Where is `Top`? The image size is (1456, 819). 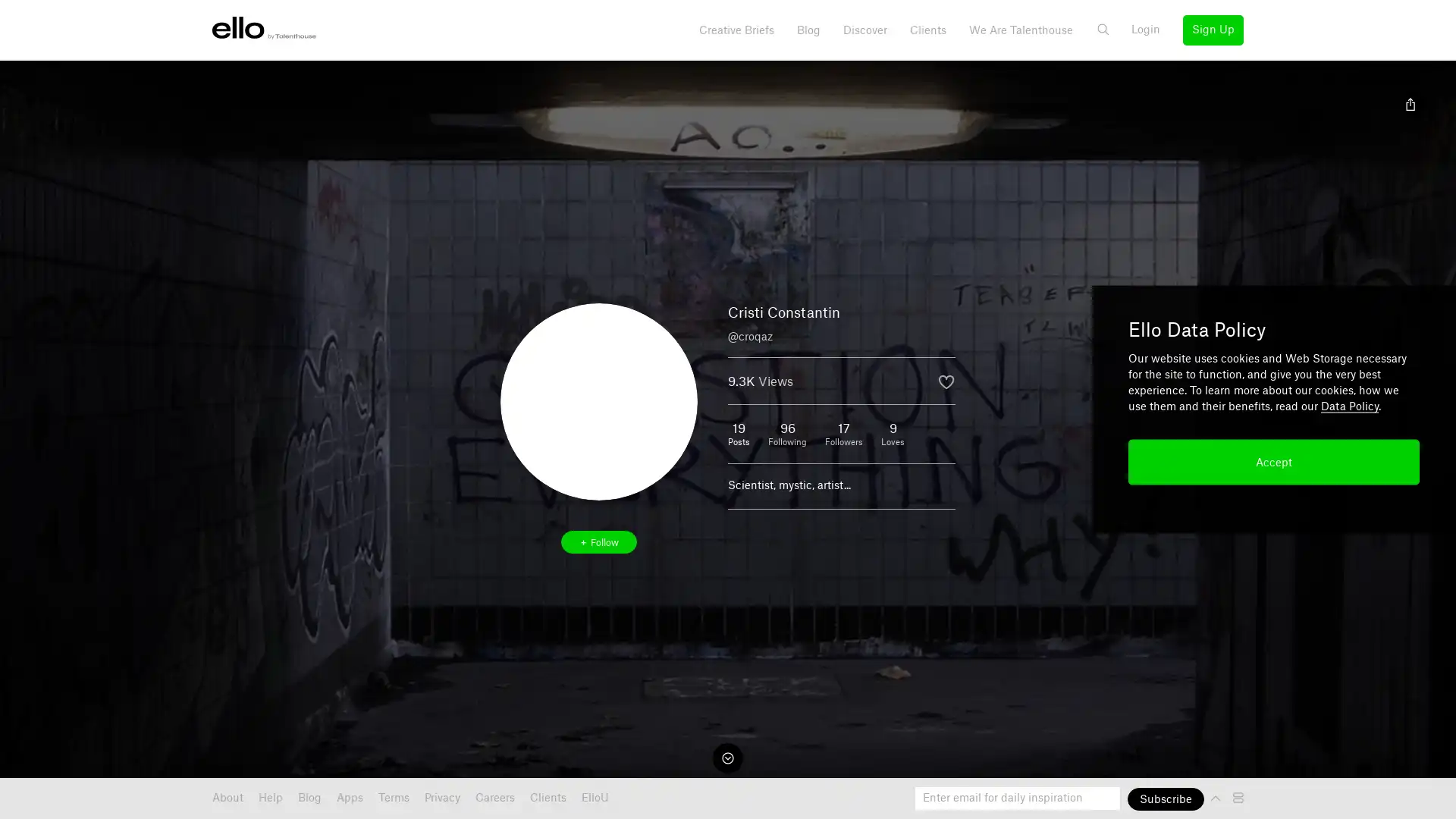
Top is located at coordinates (1217, 797).